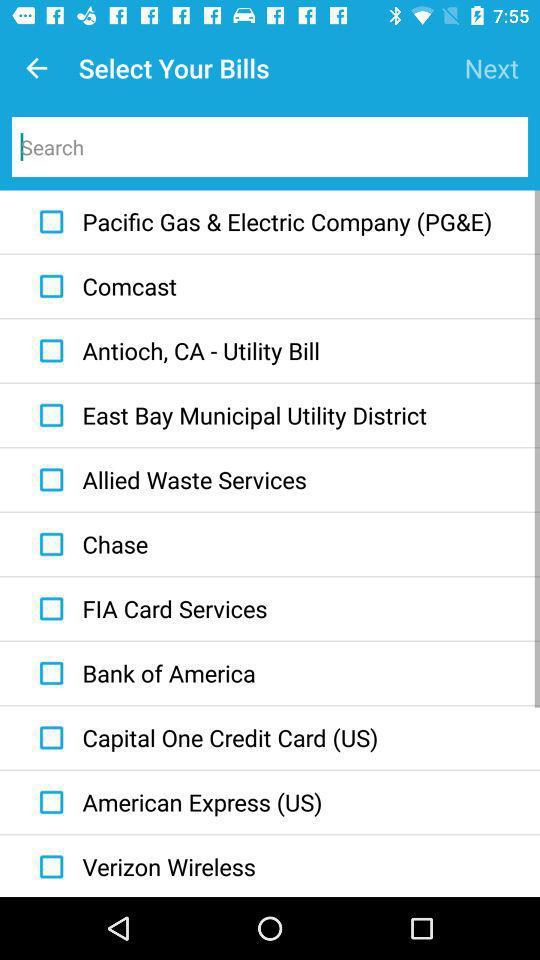  What do you see at coordinates (142, 673) in the screenshot?
I see `the bank of america item` at bounding box center [142, 673].